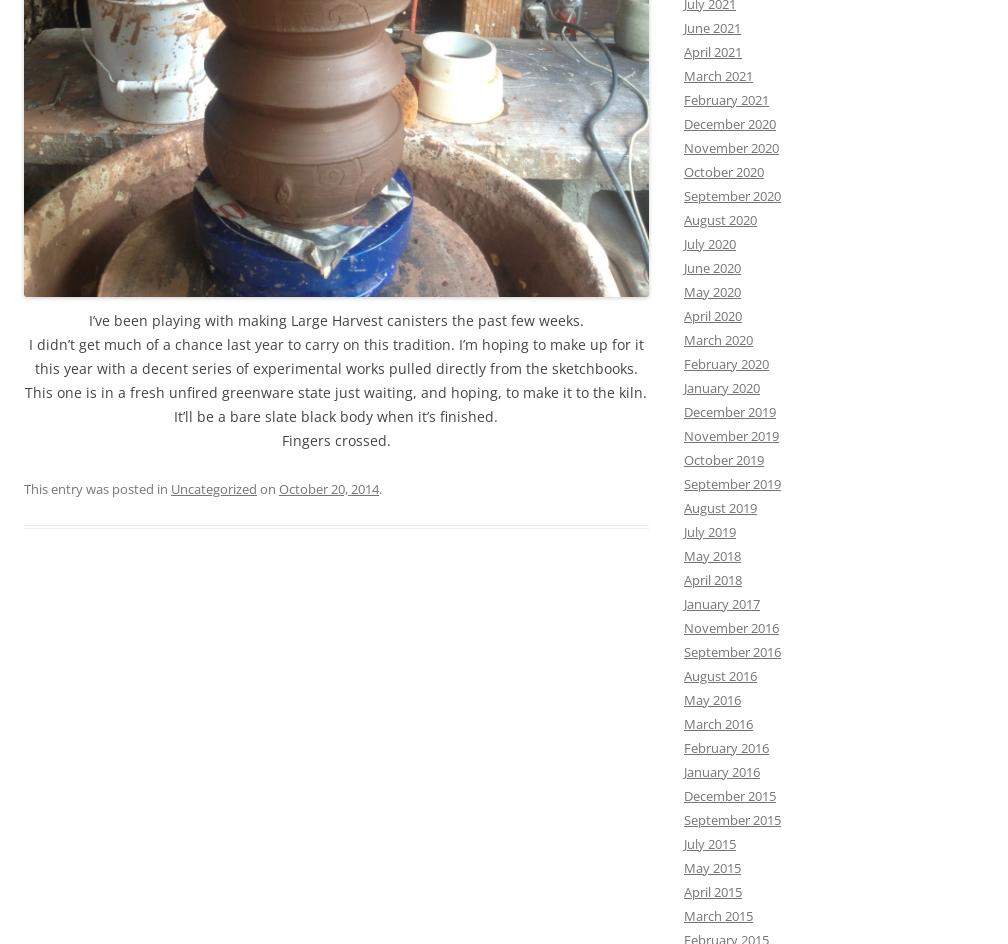  Describe the element at coordinates (732, 483) in the screenshot. I see `'September 2019'` at that location.